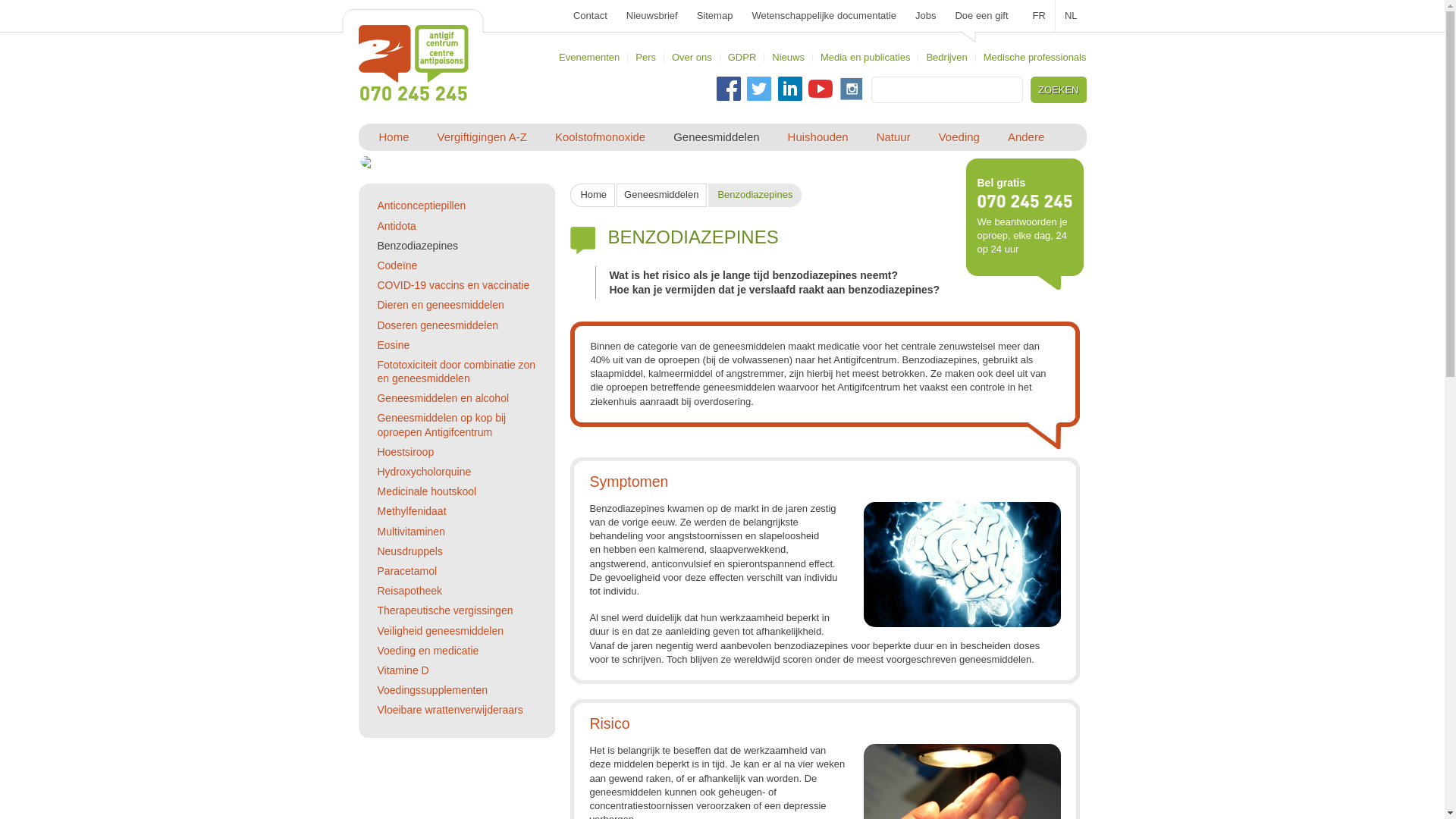  Describe the element at coordinates (1034, 56) in the screenshot. I see `'Medische professionals'` at that location.